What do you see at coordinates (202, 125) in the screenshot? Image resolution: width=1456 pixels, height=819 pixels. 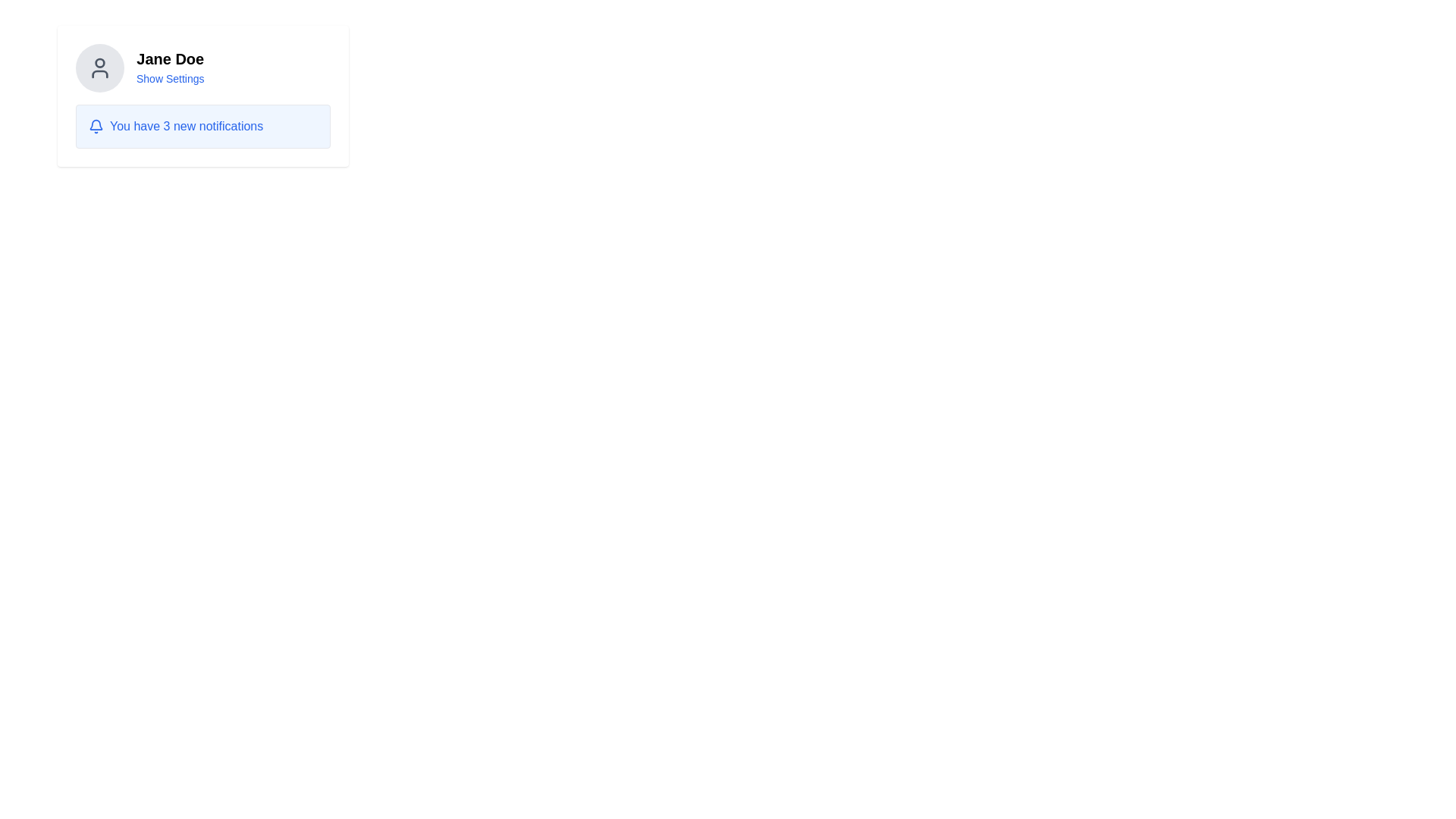 I see `the Information Display notification box that contains the blue notification bell icon and the message 'You have 3 new notifications'` at bounding box center [202, 125].